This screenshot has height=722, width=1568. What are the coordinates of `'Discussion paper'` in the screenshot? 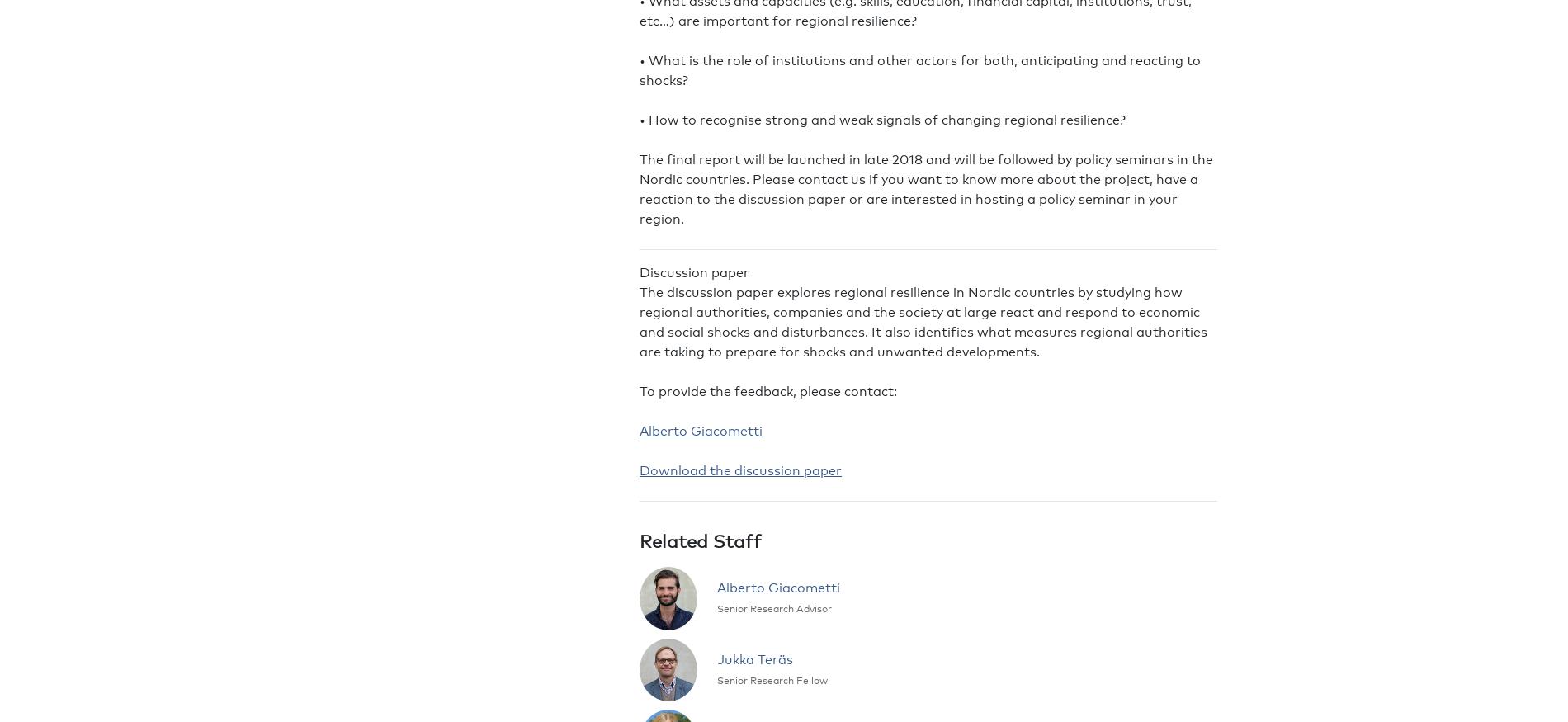 It's located at (693, 271).